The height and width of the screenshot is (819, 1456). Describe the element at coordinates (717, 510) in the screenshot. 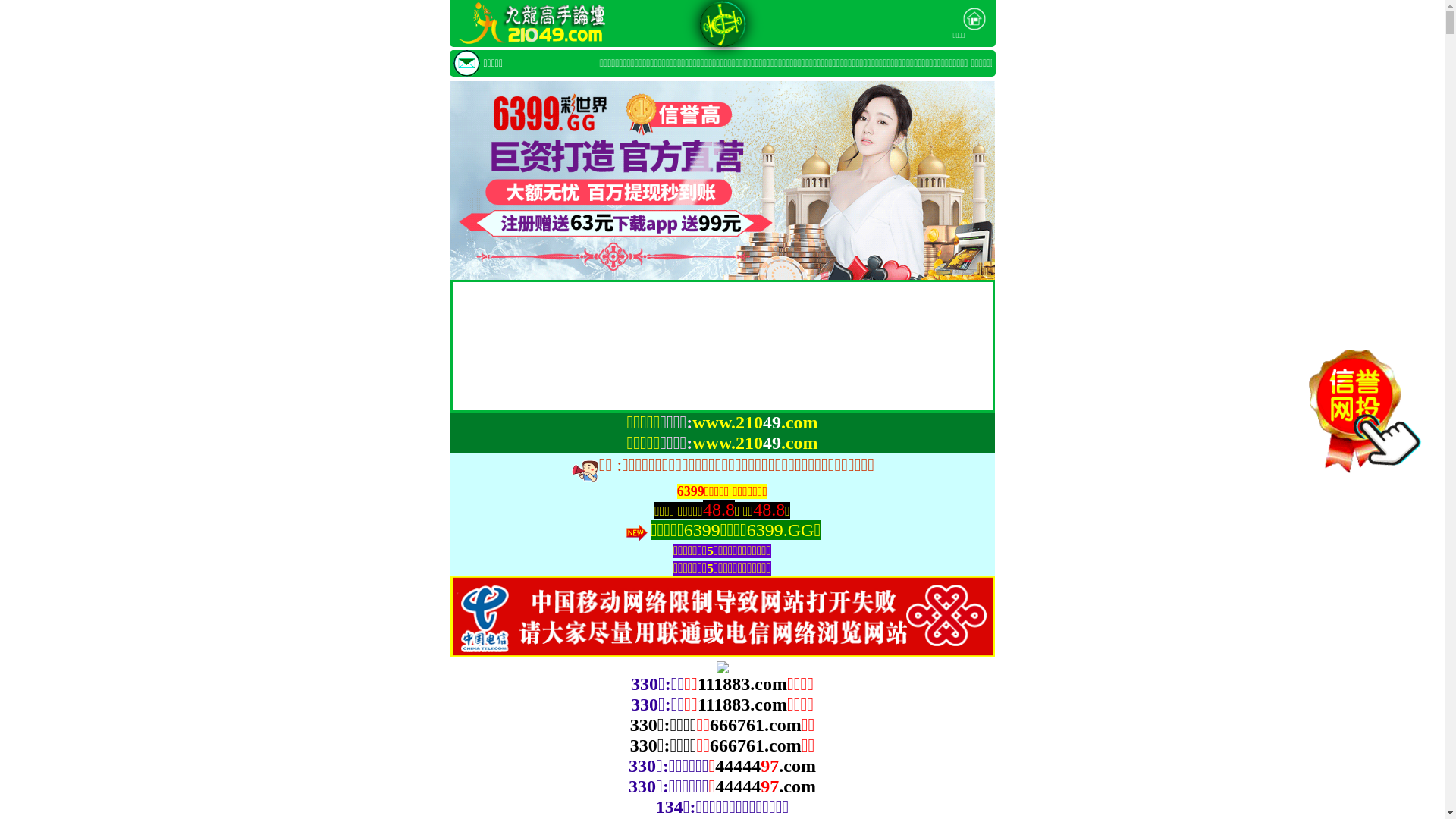

I see `'48.8'` at that location.